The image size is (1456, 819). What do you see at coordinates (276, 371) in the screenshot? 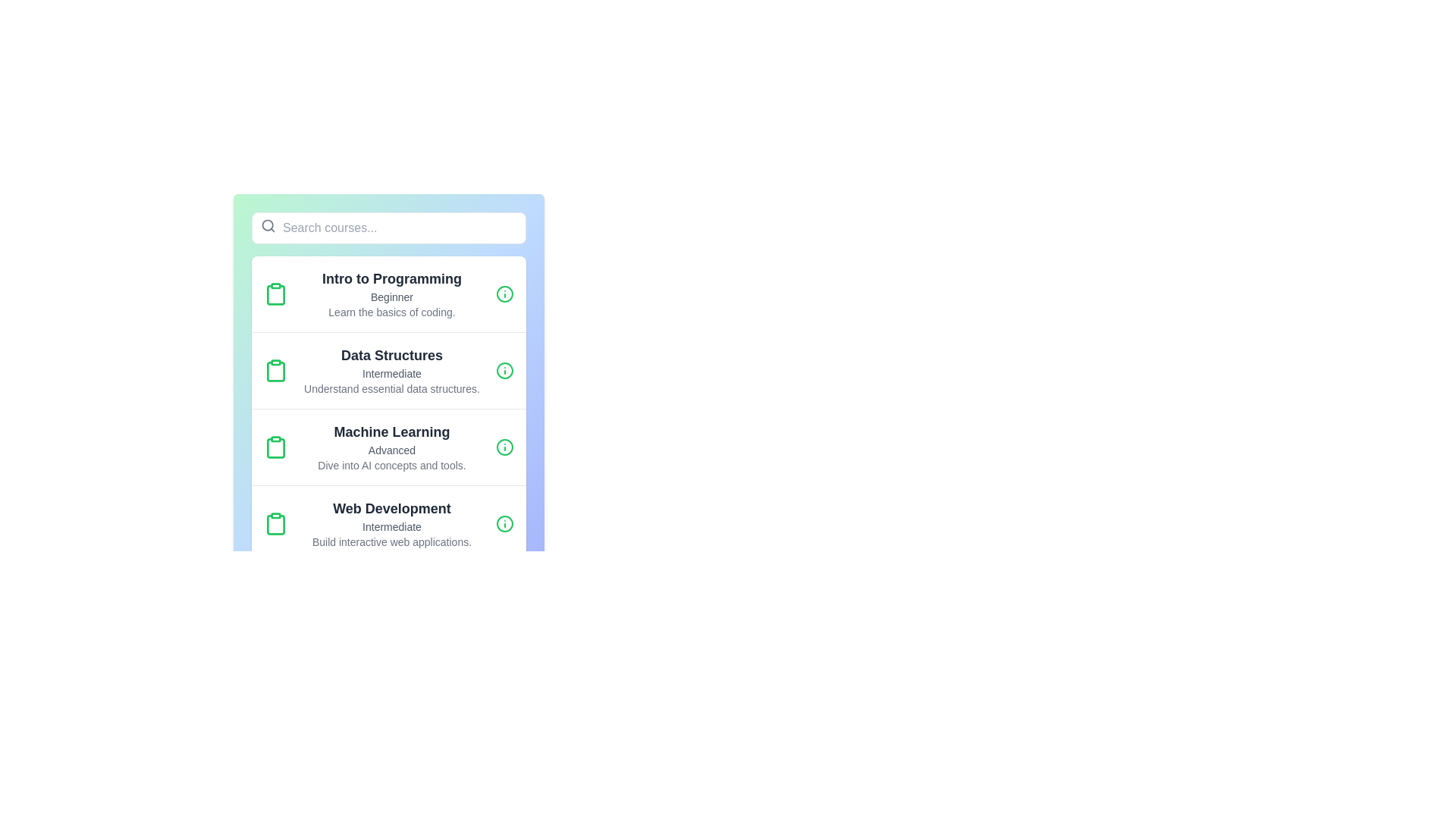
I see `the context of the clipboard icon indicating activity or confirmation, located on the left side of the 'Data Structures' entry in the list` at bounding box center [276, 371].